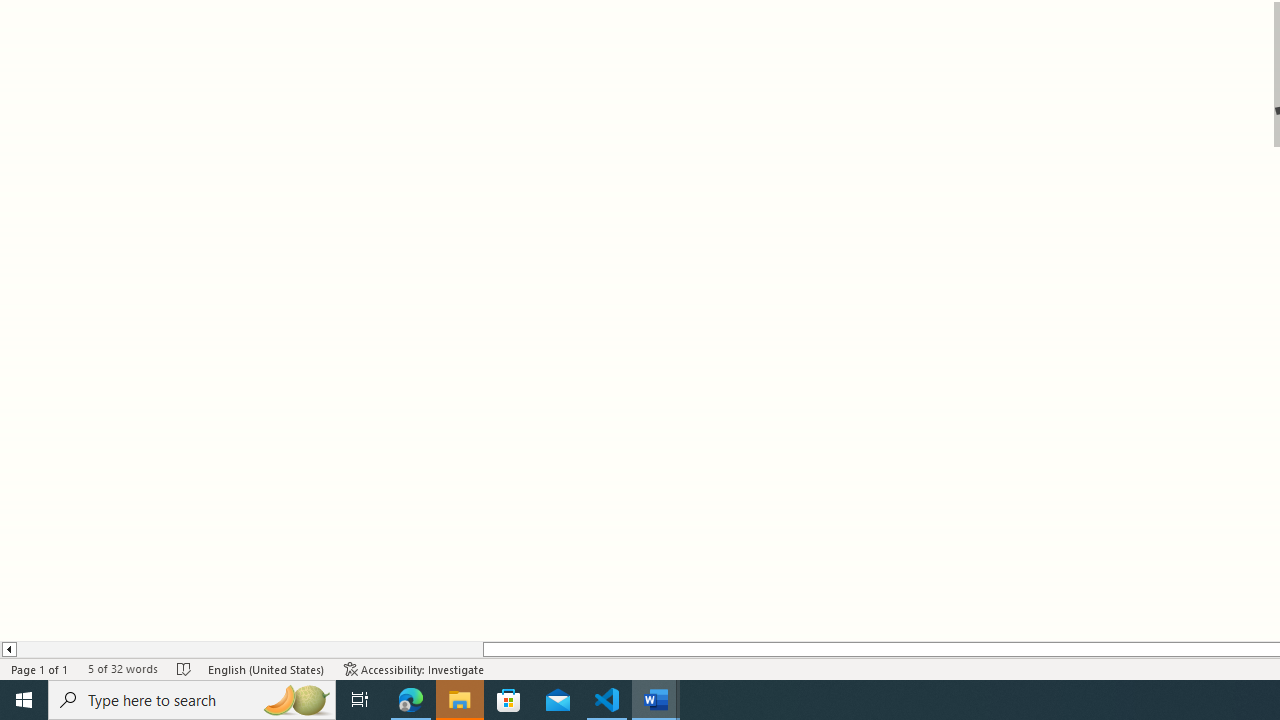  Describe the element at coordinates (121, 669) in the screenshot. I see `'Word Count 5 of 32 words'` at that location.